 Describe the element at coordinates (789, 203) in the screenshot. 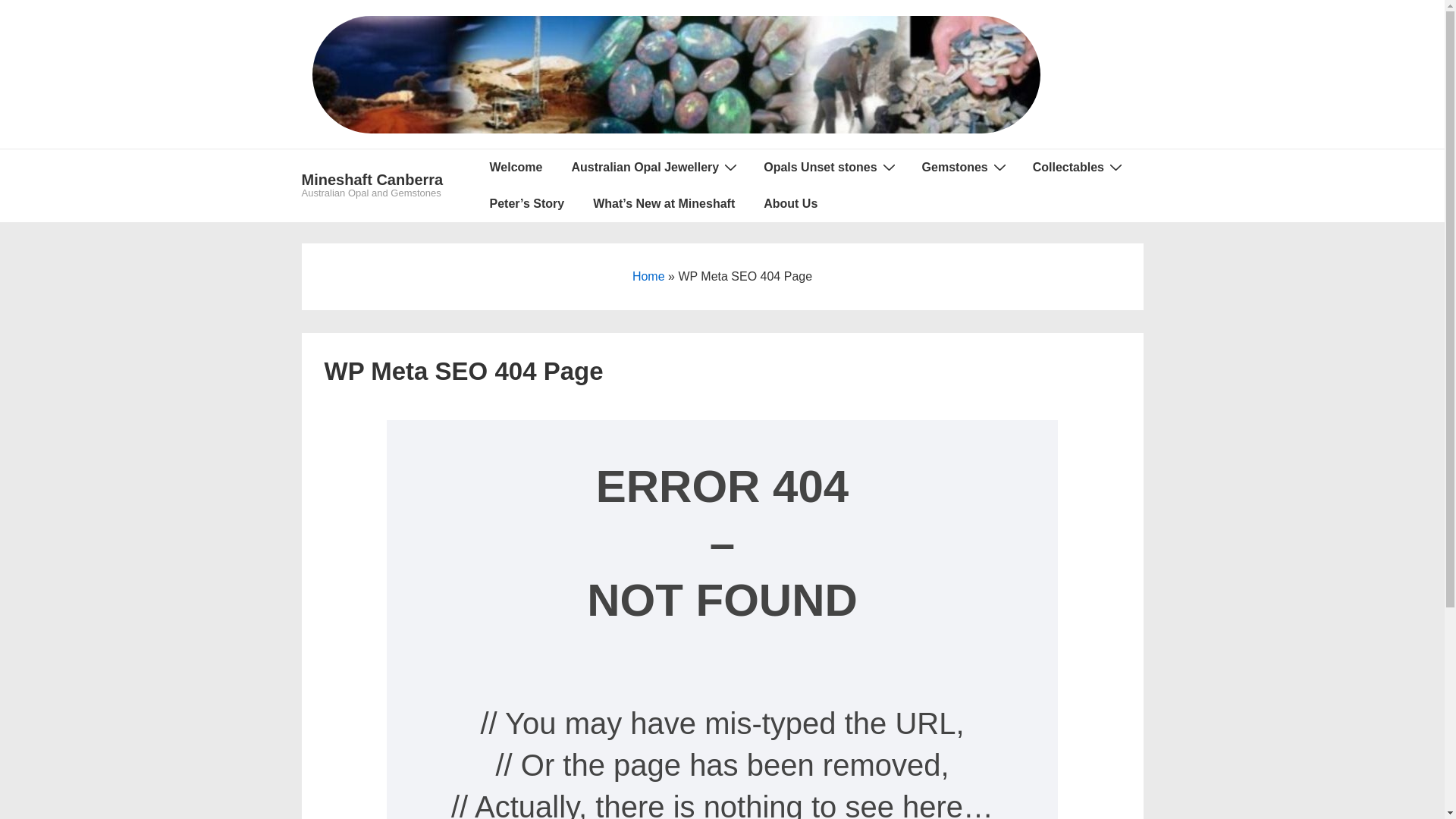

I see `'About Us'` at that location.